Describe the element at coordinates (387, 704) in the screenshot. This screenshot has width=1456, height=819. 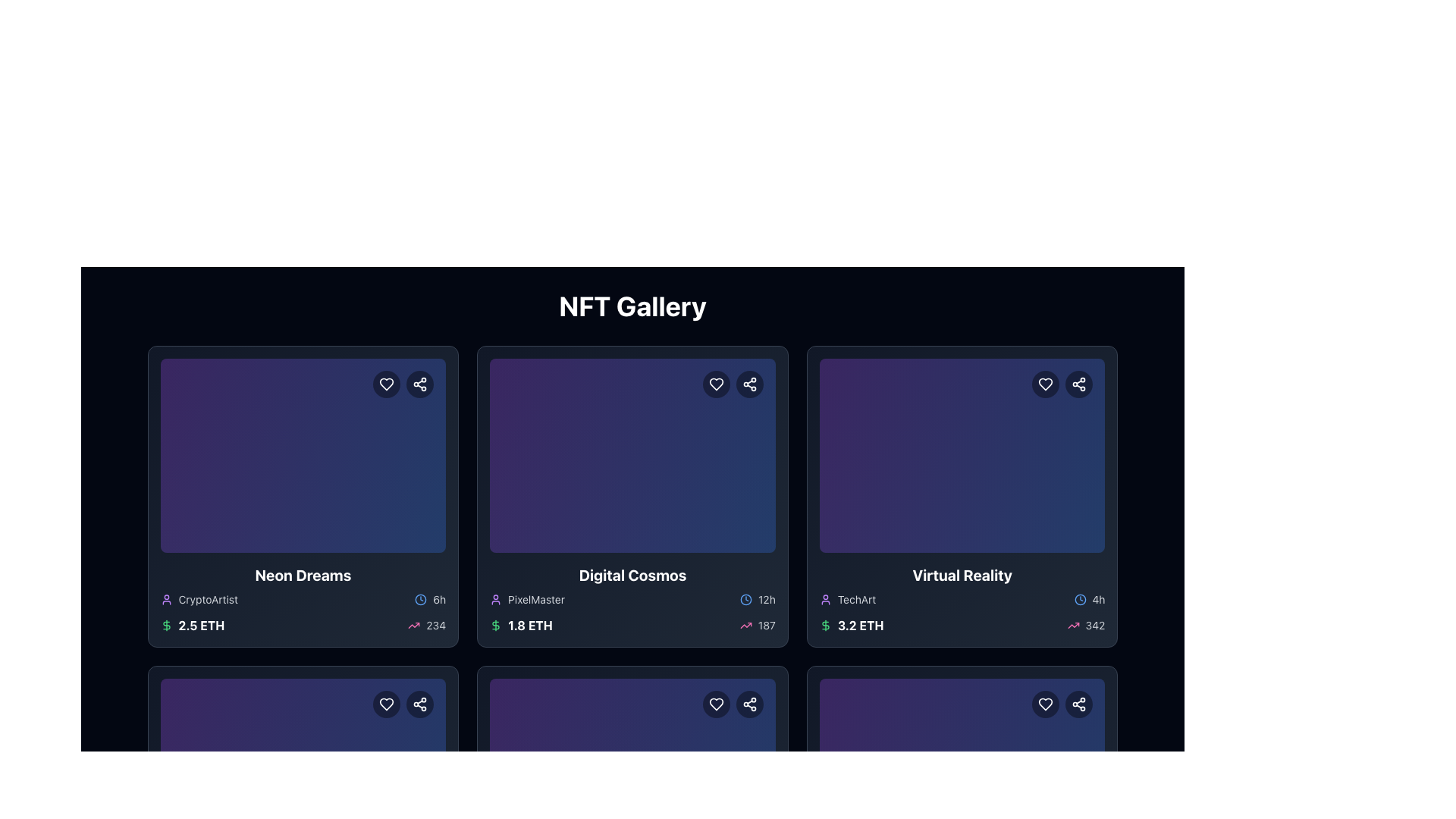
I see `the heart-shaped icon with a white color on a dark circular background located in the top-right corner of the card component to emphasize it` at that location.